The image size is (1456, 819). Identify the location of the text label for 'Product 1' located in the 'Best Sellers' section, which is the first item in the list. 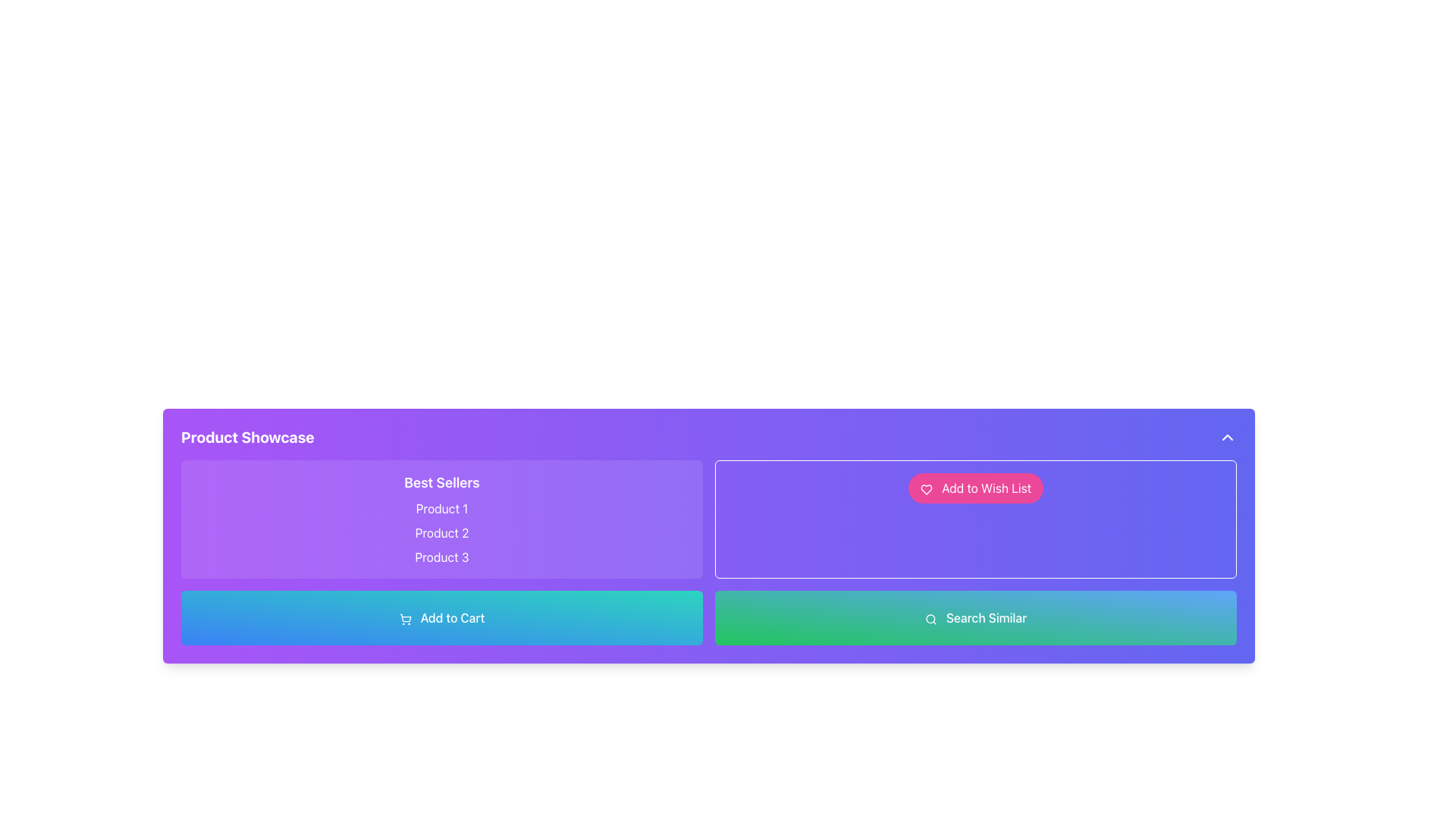
(441, 509).